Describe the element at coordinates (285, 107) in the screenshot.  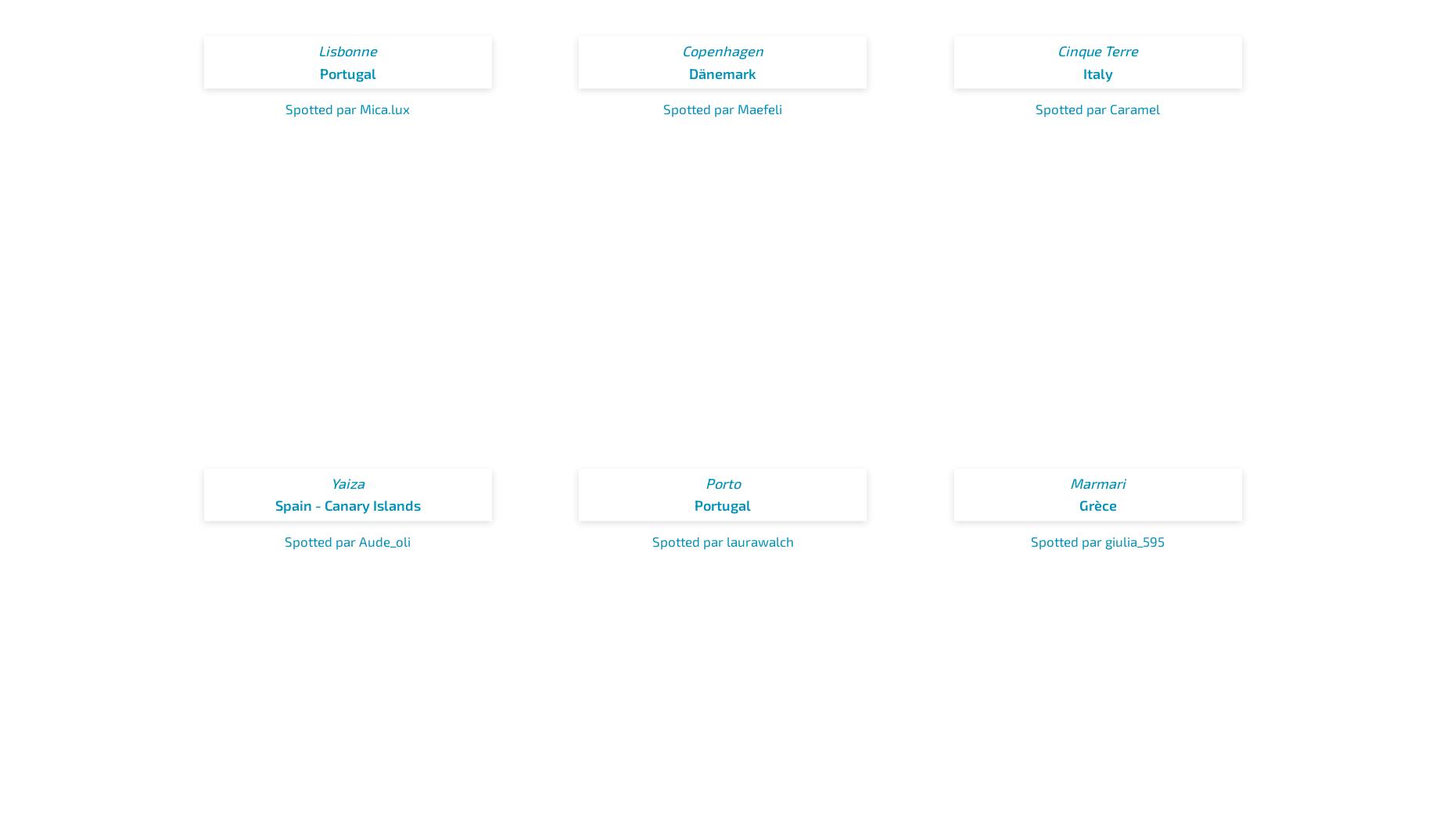
I see `'Spotted par Mica.lux'` at that location.